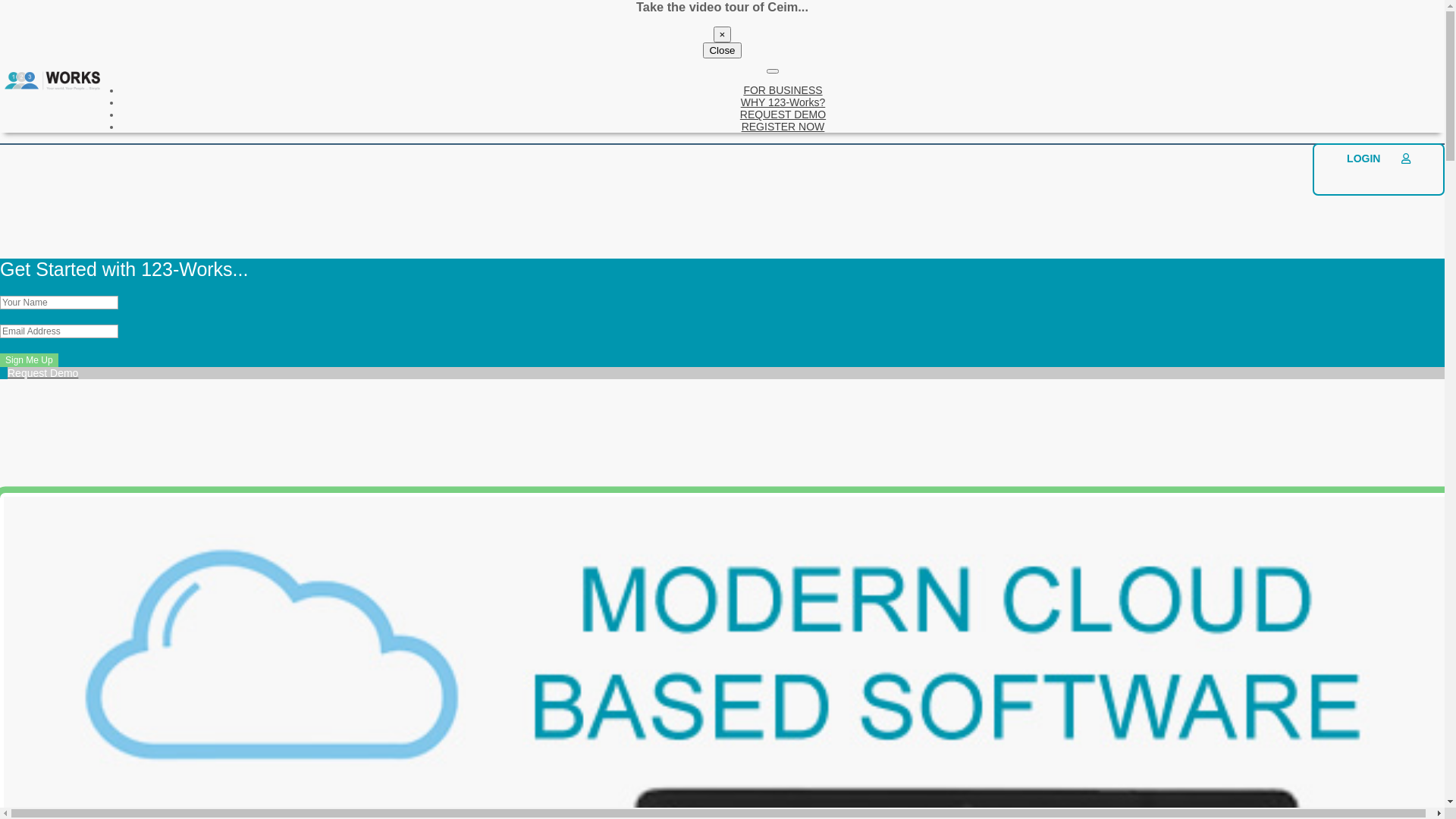  What do you see at coordinates (742, 90) in the screenshot?
I see `'FOR BUSINESS'` at bounding box center [742, 90].